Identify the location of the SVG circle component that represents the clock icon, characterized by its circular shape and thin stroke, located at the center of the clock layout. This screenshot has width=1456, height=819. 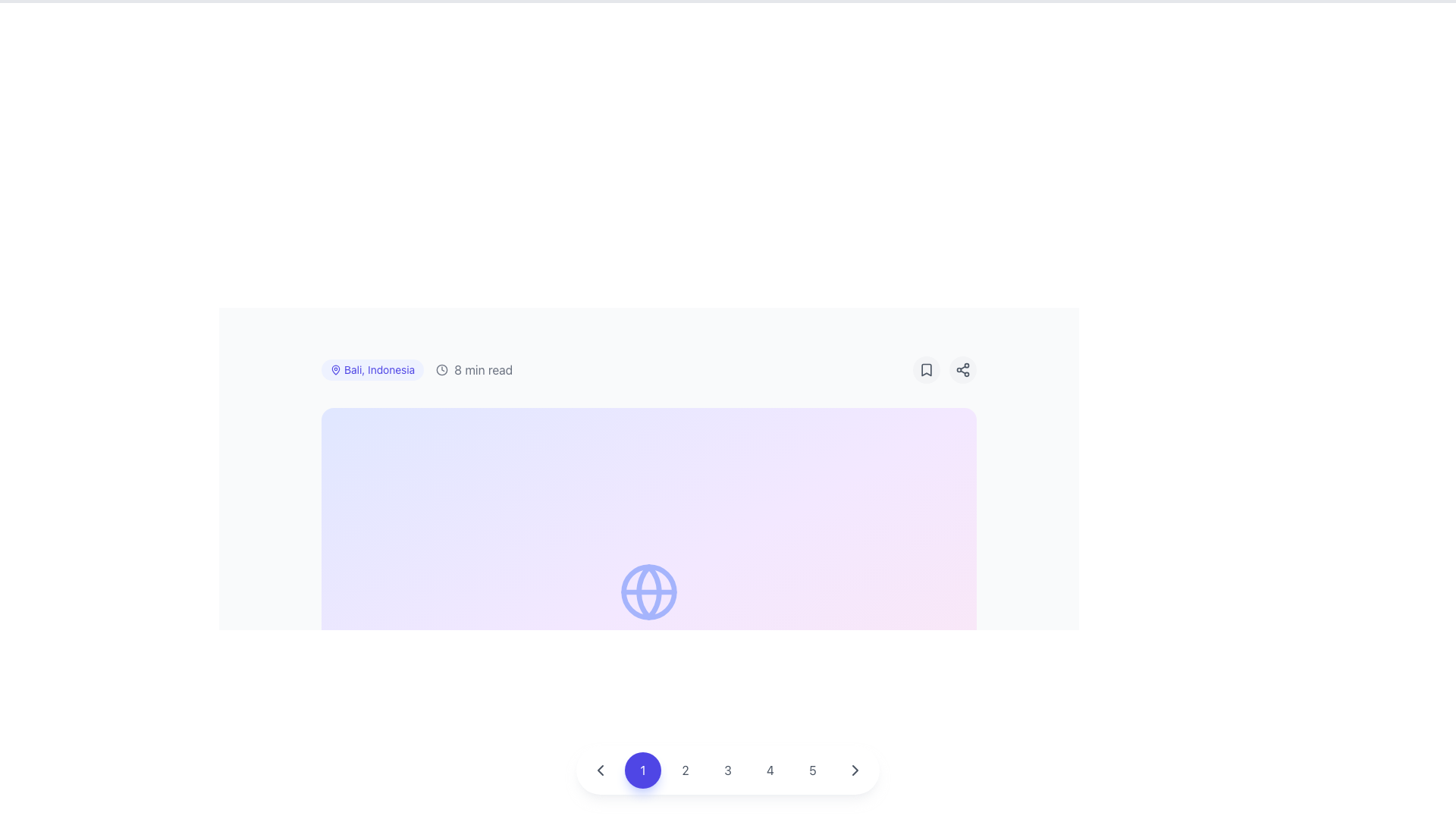
(441, 370).